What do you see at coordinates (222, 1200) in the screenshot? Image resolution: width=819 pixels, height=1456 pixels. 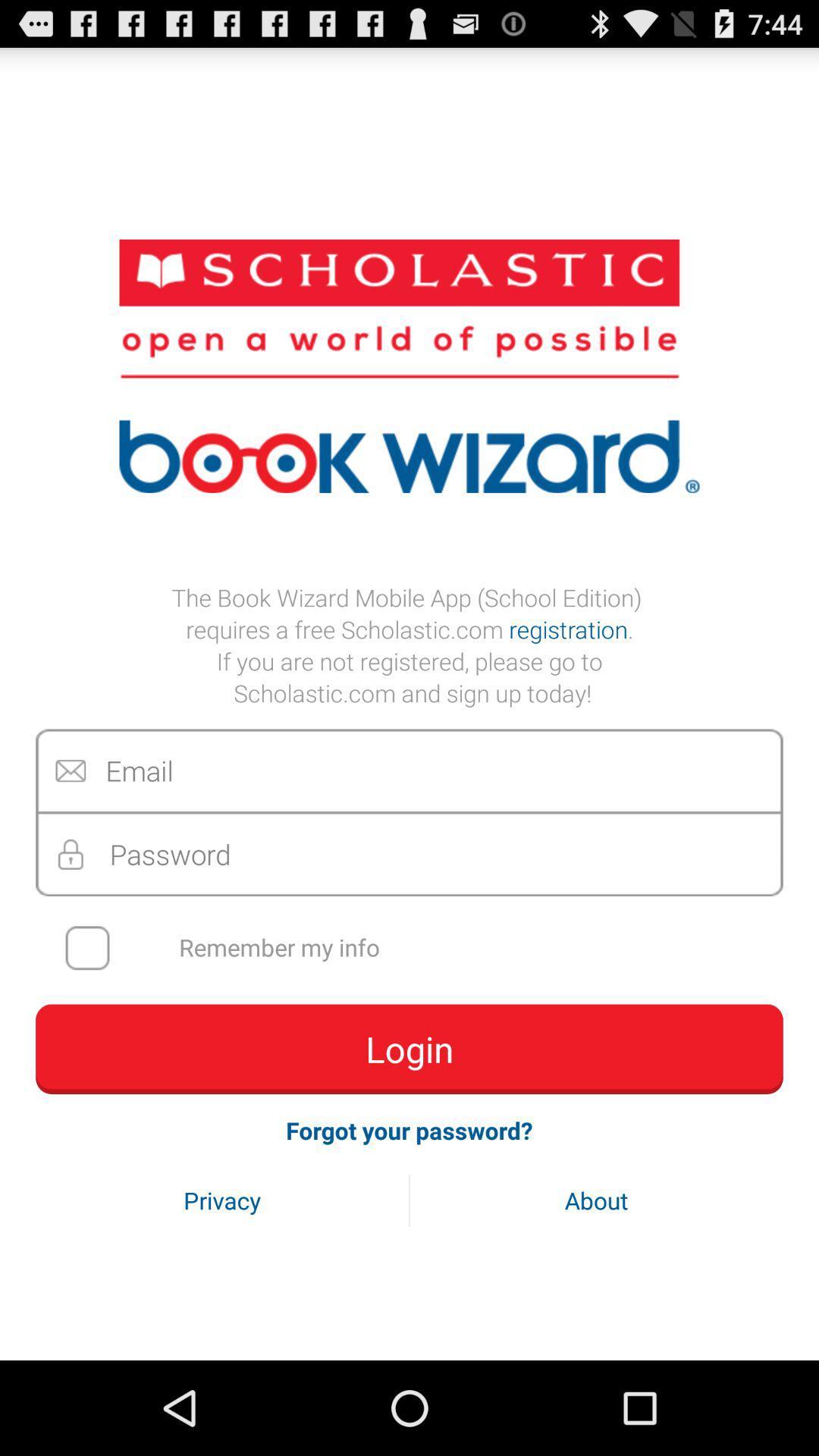 I see `the icon below the forgot your password? icon` at bounding box center [222, 1200].